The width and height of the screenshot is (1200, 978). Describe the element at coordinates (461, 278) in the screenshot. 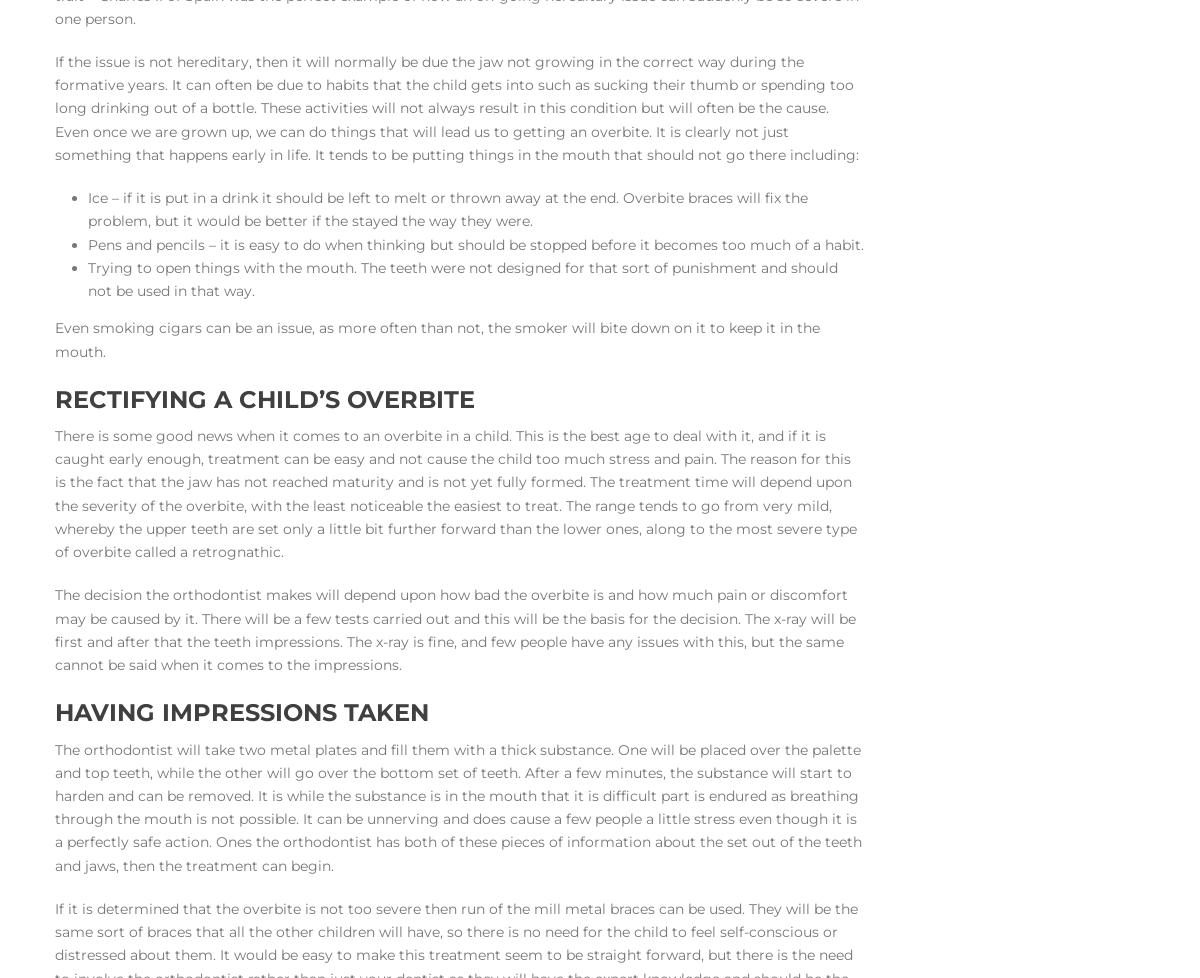

I see `'Trying to open things with the mouth. The teeth were not designed for that sort of punishment and should not be used in that way.'` at that location.